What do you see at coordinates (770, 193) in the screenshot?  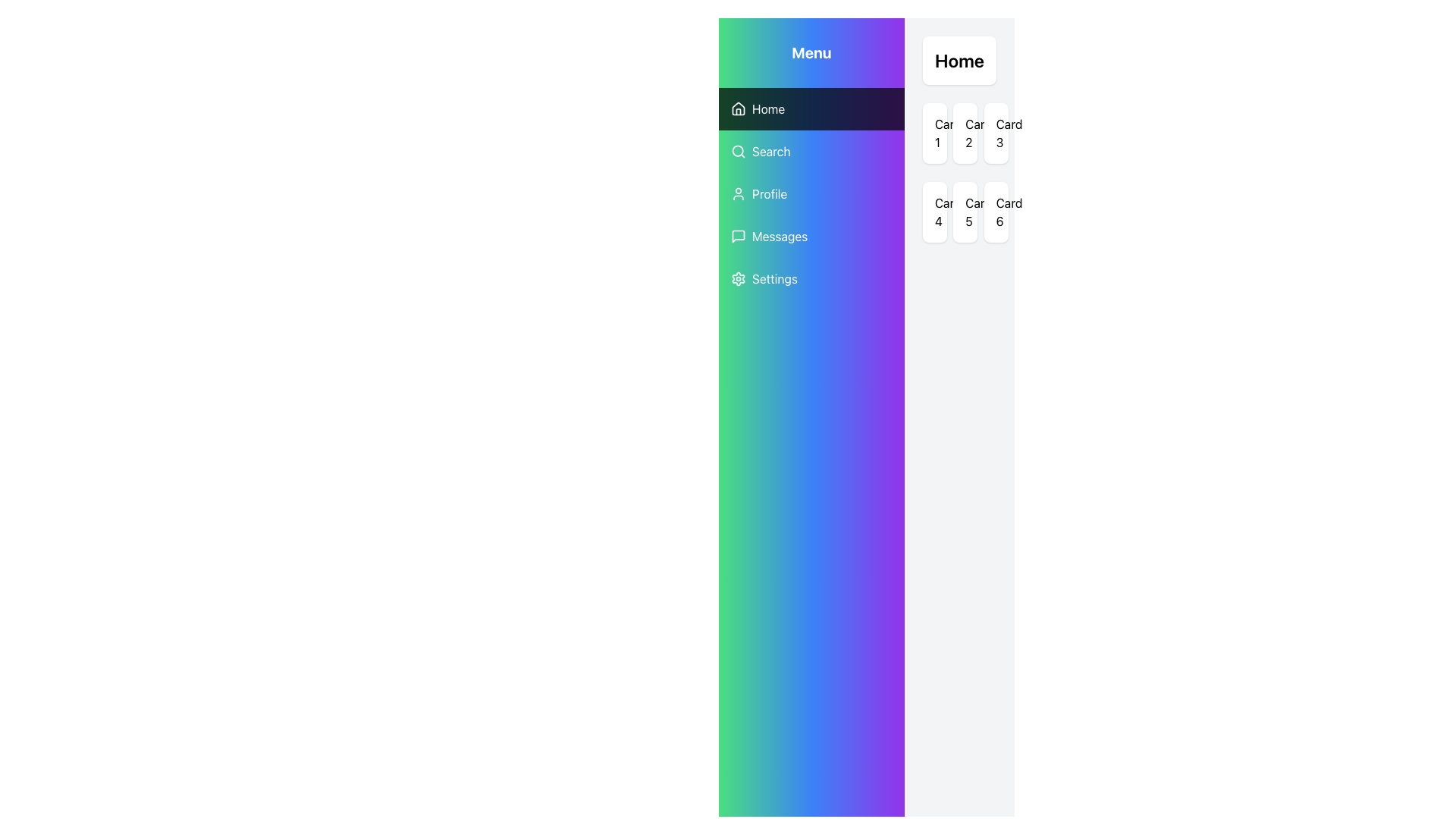 I see `'Profile' text label located in the sidebar navigation menu, positioned under 'Search' and above 'Messages'` at bounding box center [770, 193].